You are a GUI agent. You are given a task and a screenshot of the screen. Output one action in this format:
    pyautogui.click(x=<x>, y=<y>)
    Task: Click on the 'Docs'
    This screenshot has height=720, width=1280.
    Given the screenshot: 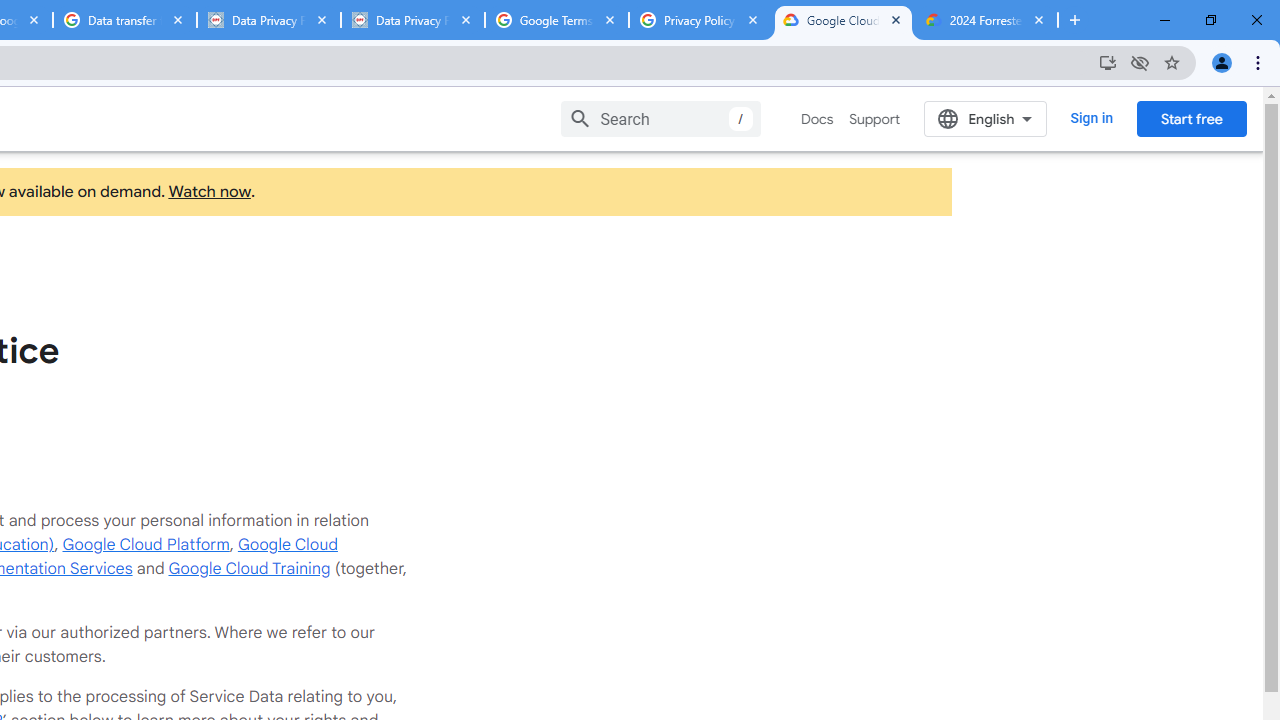 What is the action you would take?
    pyautogui.click(x=817, y=119)
    